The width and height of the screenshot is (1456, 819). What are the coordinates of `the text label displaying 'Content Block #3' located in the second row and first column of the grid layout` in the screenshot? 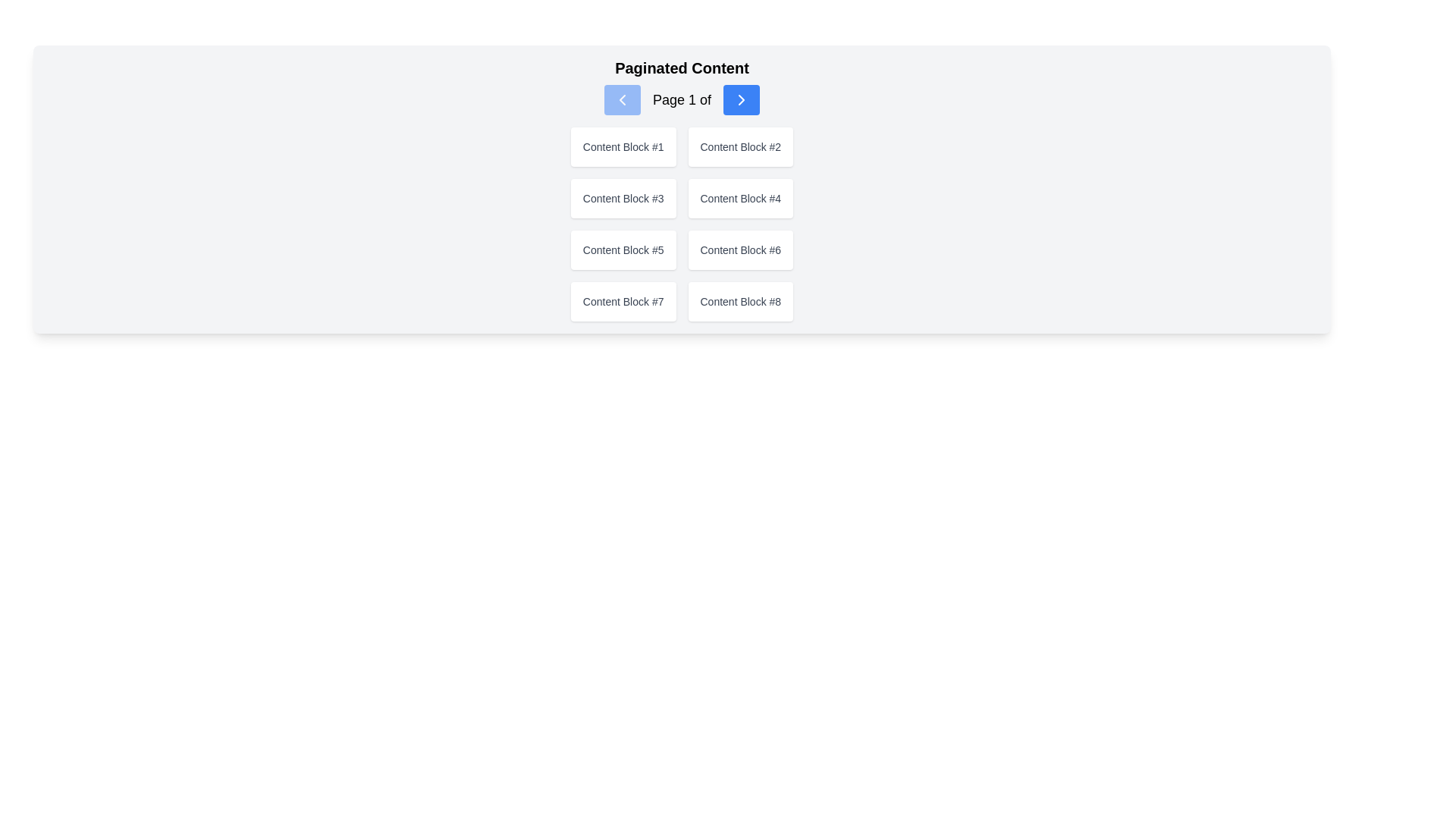 It's located at (623, 198).